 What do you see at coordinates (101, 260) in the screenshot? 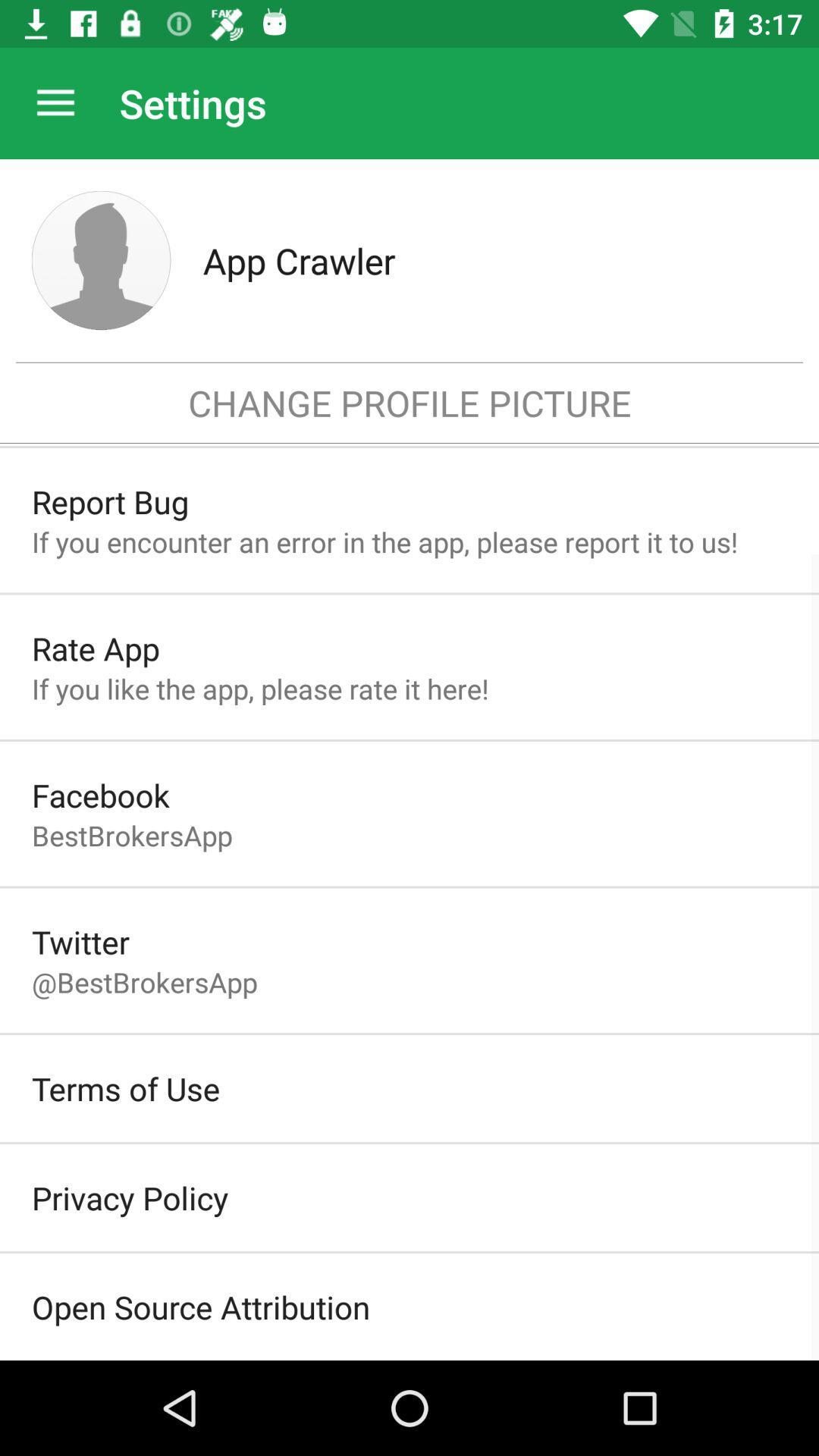
I see `icon to the left of the app crawler item` at bounding box center [101, 260].